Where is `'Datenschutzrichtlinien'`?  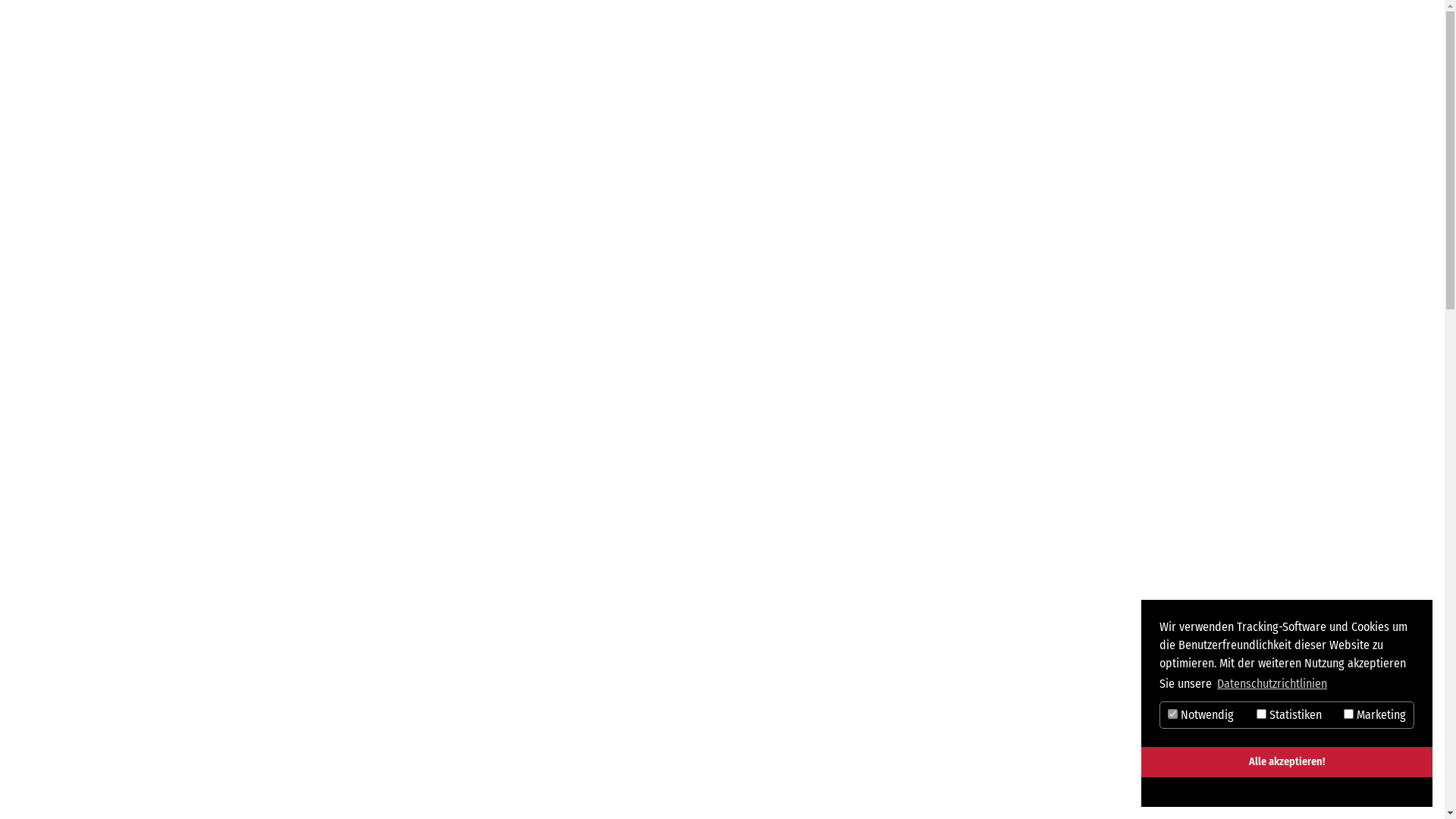
'Datenschutzrichtlinien' is located at coordinates (1215, 684).